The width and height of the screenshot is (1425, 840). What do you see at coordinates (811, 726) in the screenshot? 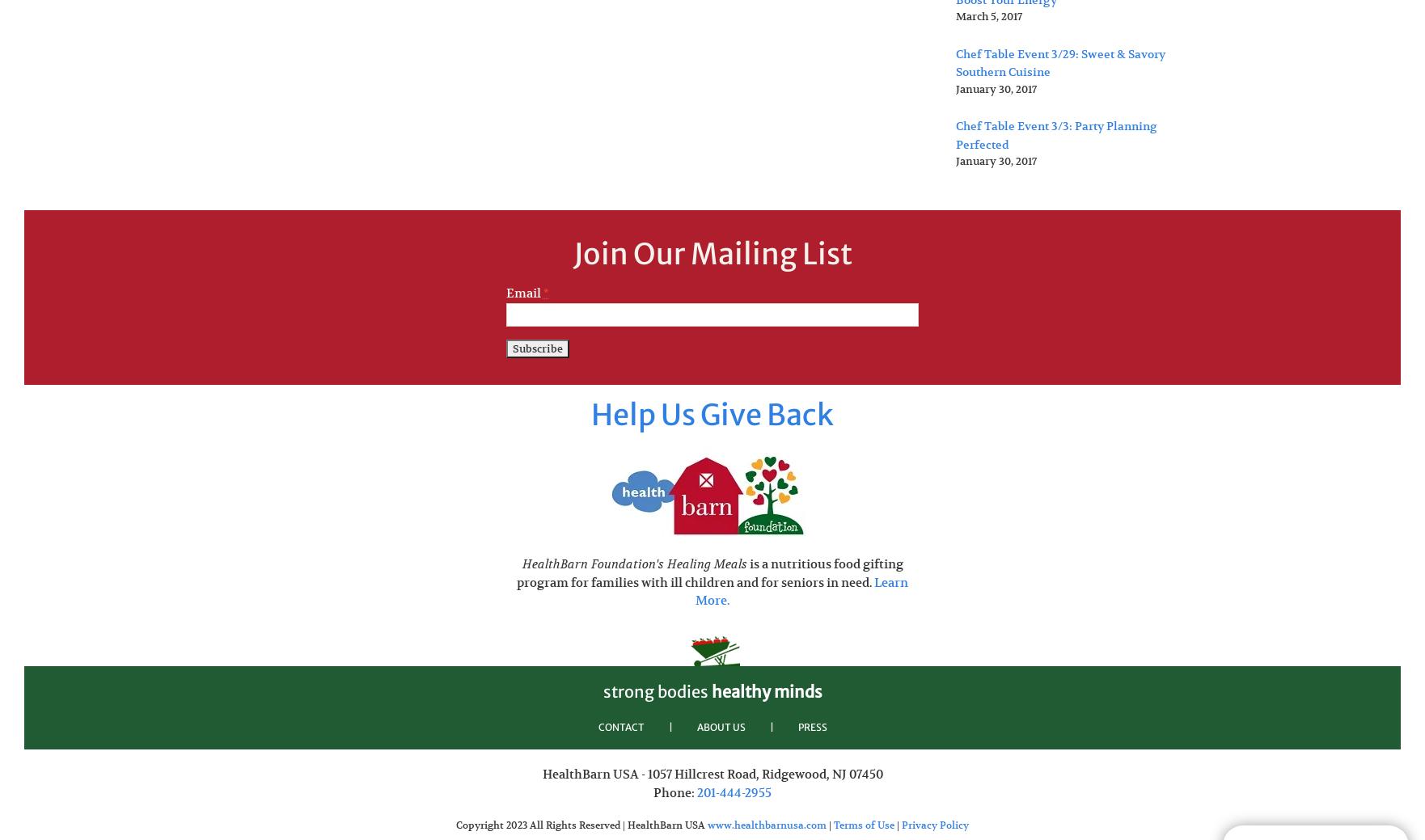
I see `'PRESS'` at bounding box center [811, 726].